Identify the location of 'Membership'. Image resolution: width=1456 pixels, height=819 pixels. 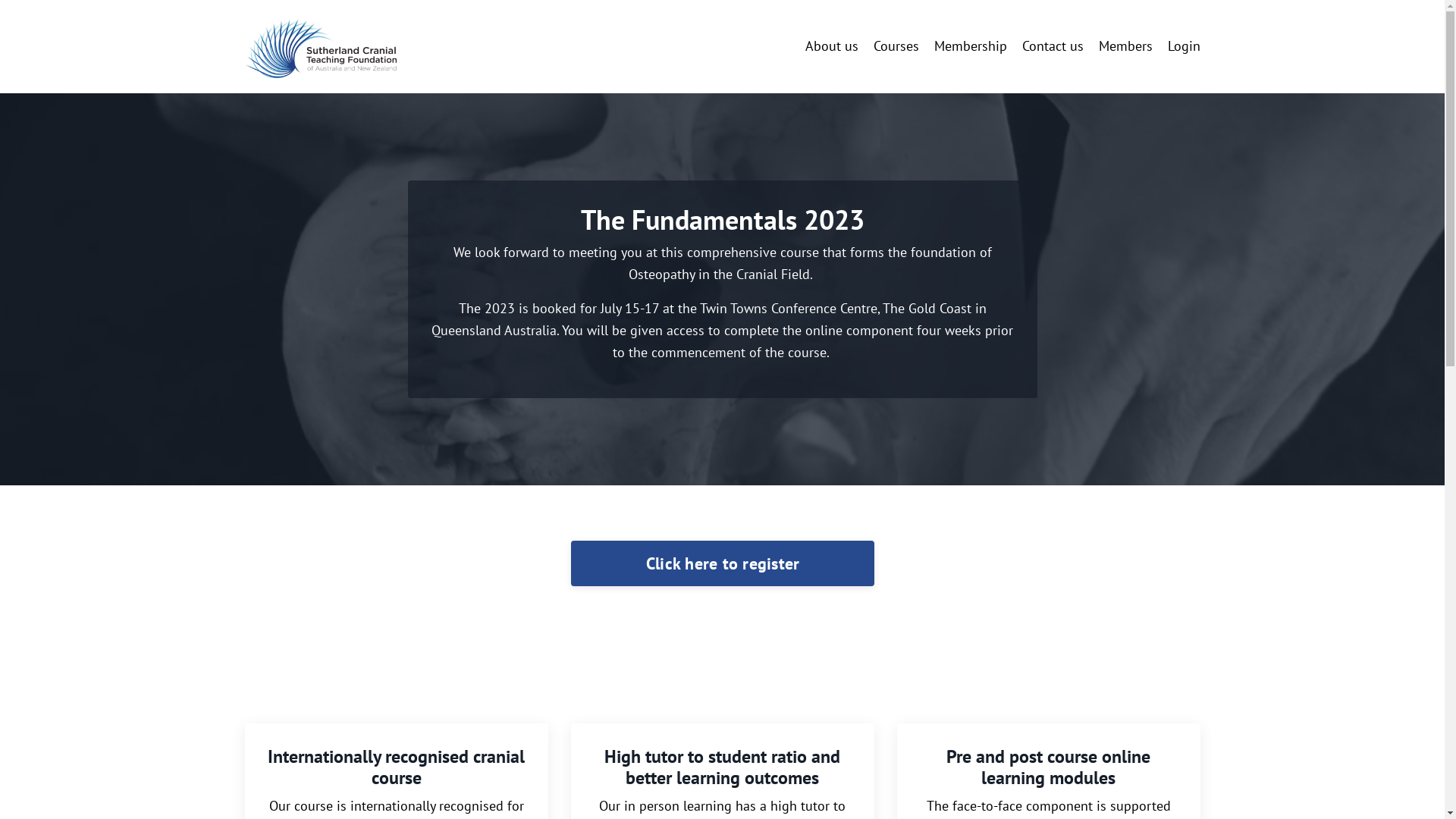
(971, 45).